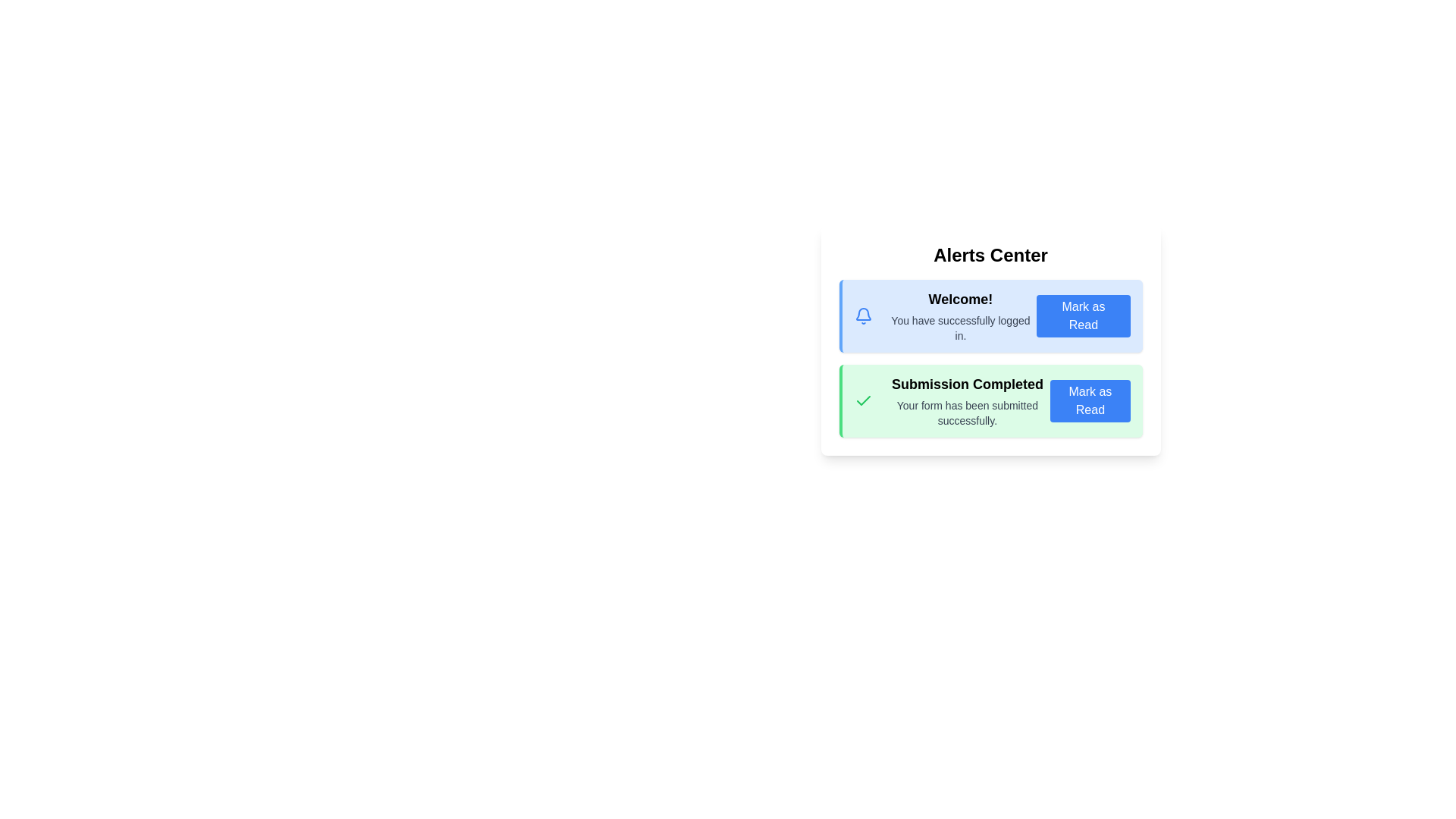 The width and height of the screenshot is (1456, 819). Describe the element at coordinates (992, 400) in the screenshot. I see `the green check mark icon of the second notification in the Alerts Center section for visual confirmation` at that location.